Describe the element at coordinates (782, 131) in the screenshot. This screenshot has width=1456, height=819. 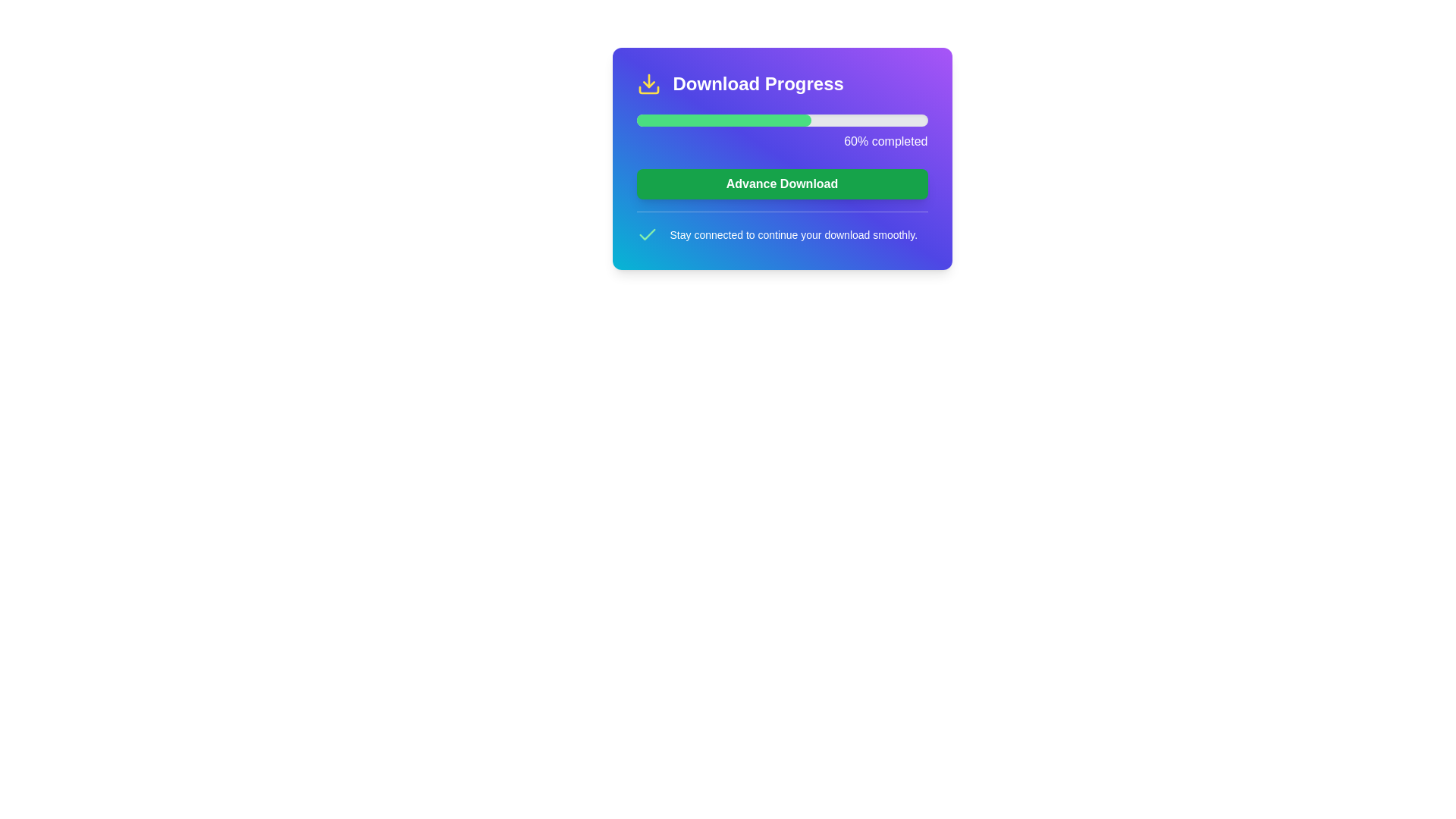
I see `the progress visually on the progress bar located below the title 'Download Progress', which indicates that the task is currently 60% complete` at that location.